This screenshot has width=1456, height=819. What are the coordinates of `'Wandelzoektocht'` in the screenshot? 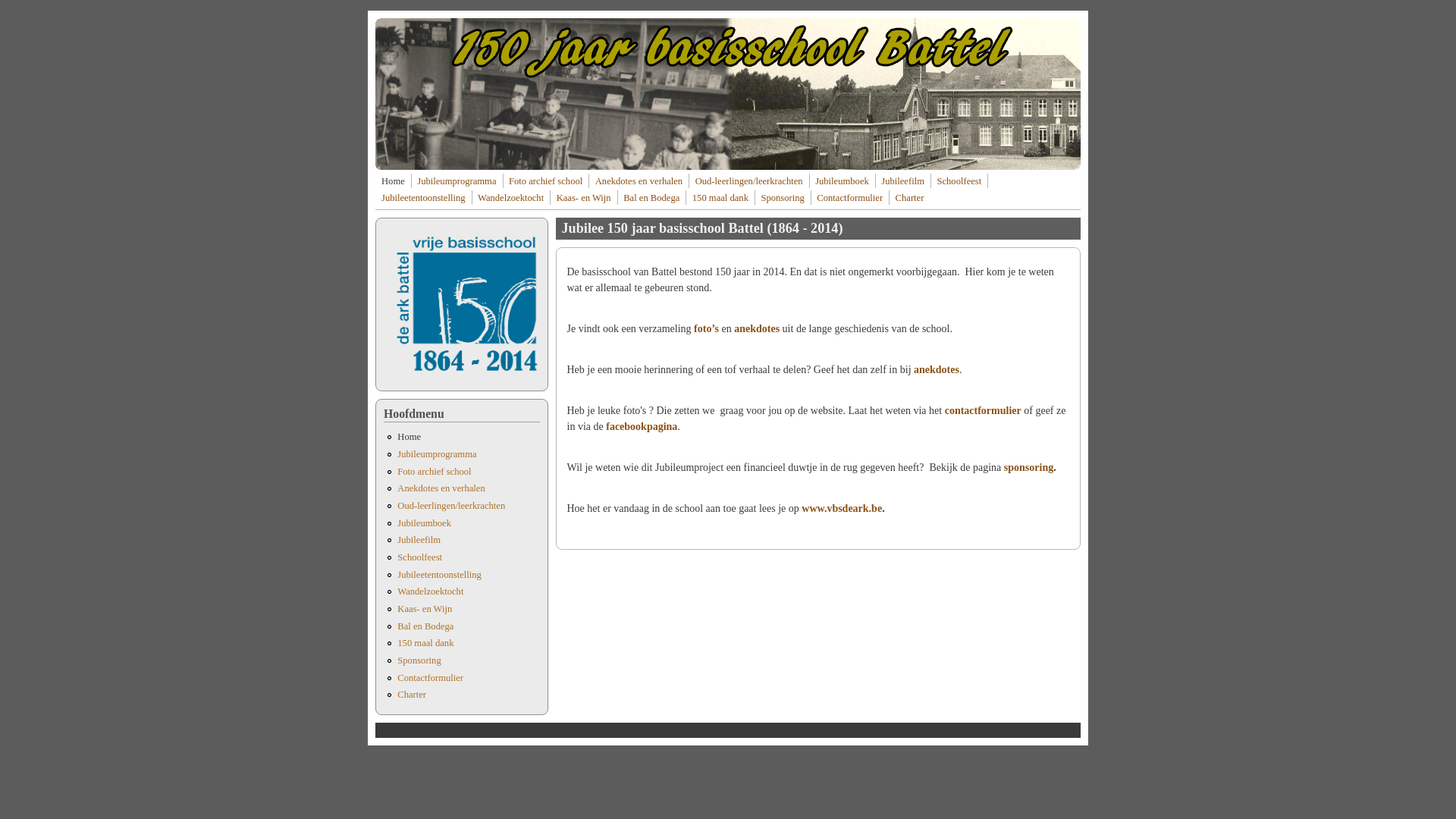 It's located at (510, 197).